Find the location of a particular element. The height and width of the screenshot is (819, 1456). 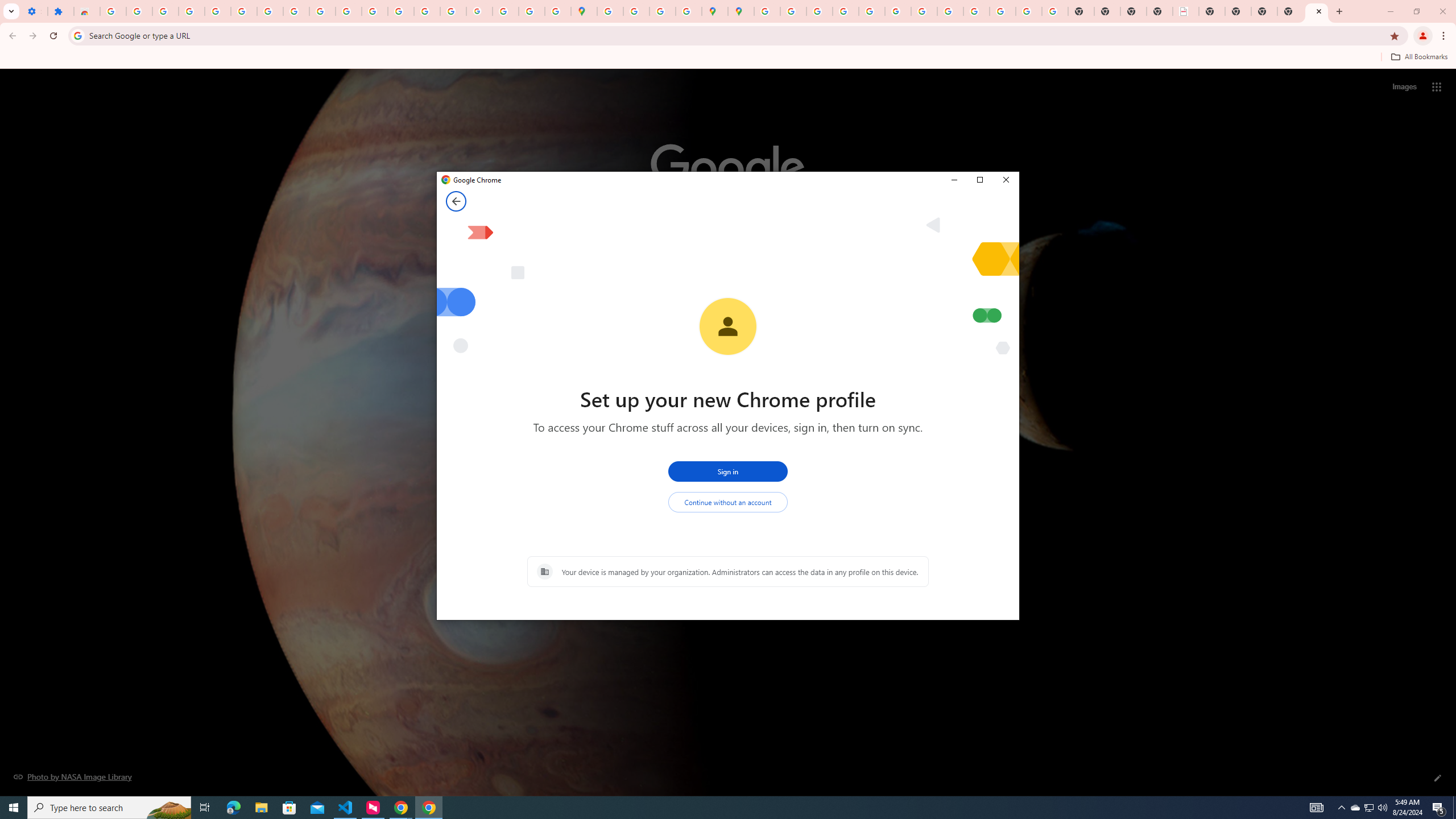

'Privacy Help Center - Policies Help' is located at coordinates (845, 11).